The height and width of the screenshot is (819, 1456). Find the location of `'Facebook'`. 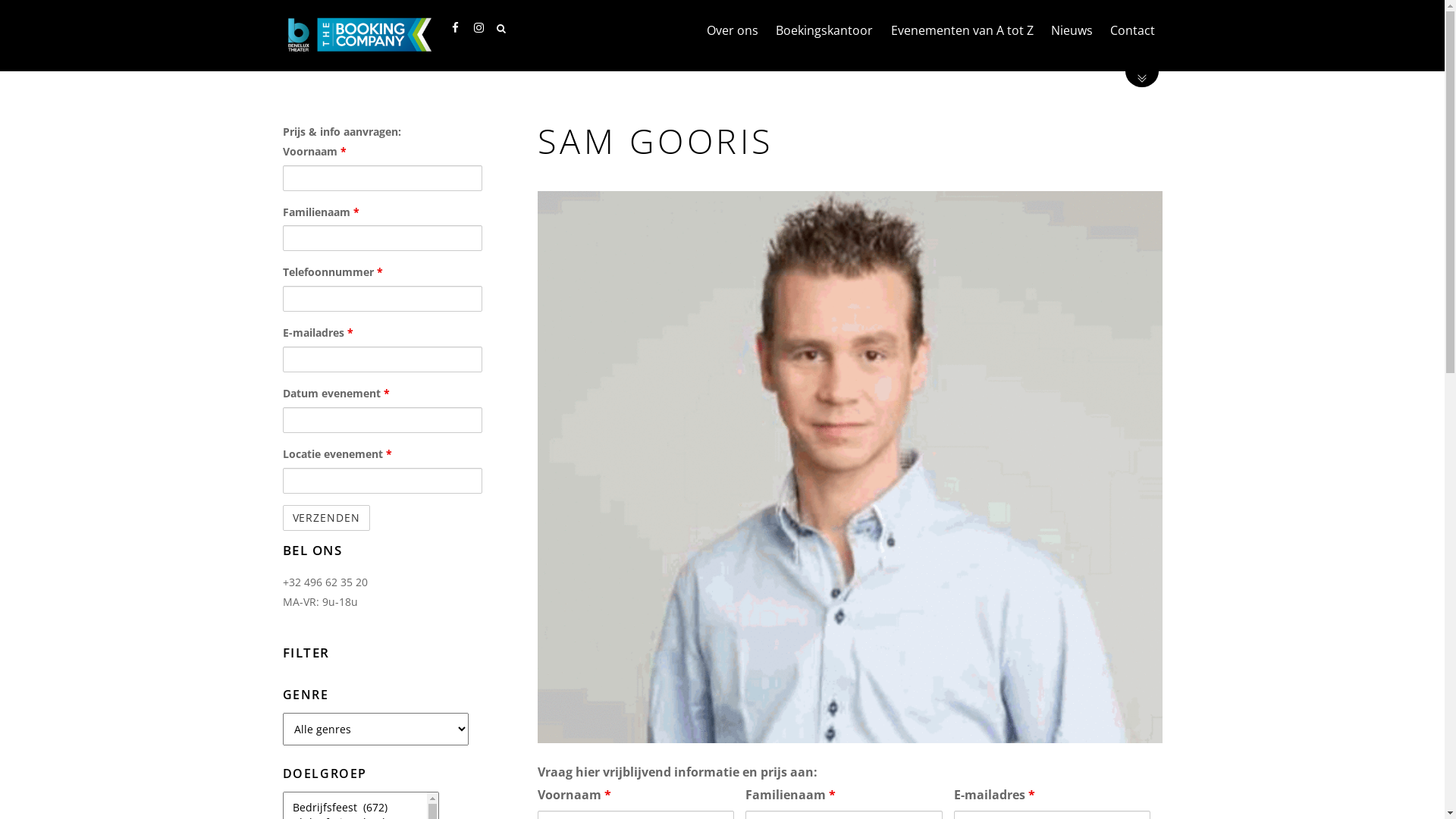

'Facebook' is located at coordinates (453, 26).